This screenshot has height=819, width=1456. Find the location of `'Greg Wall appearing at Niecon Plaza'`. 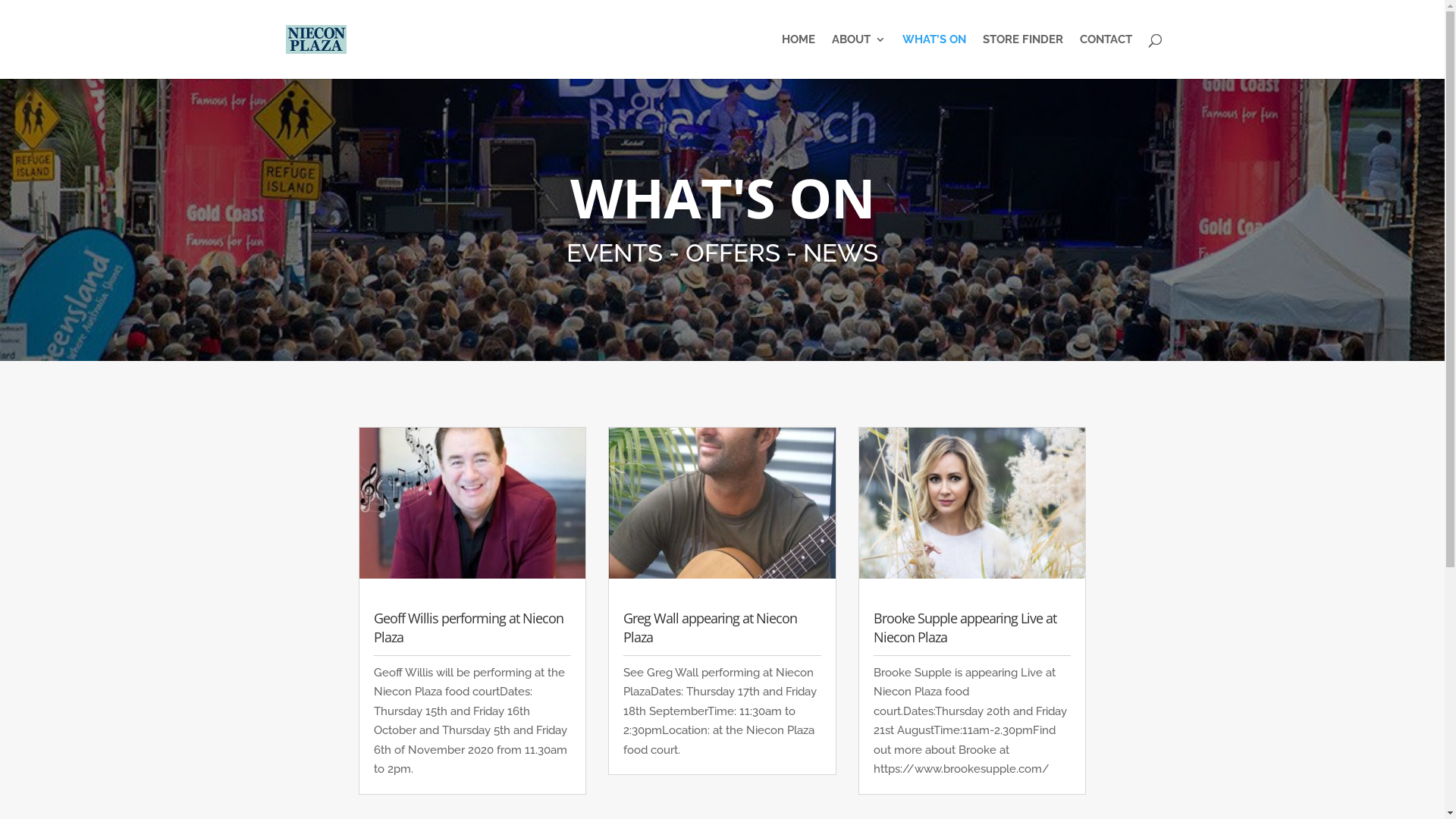

'Greg Wall appearing at Niecon Plaza' is located at coordinates (623, 627).